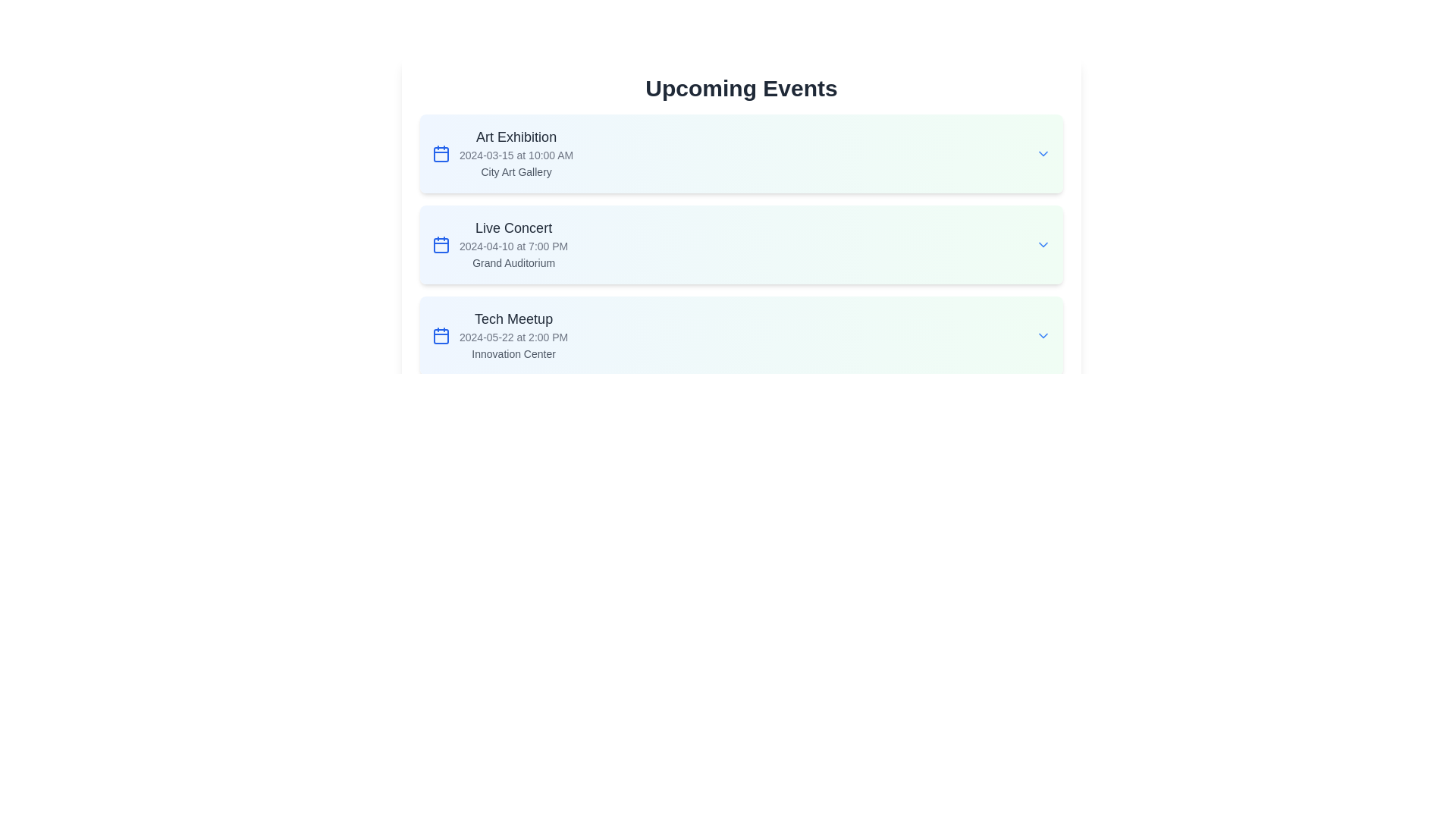 This screenshot has height=819, width=1456. I want to click on the 'Live Concert' event listing in the 'Upcoming Events' section, so click(513, 244).